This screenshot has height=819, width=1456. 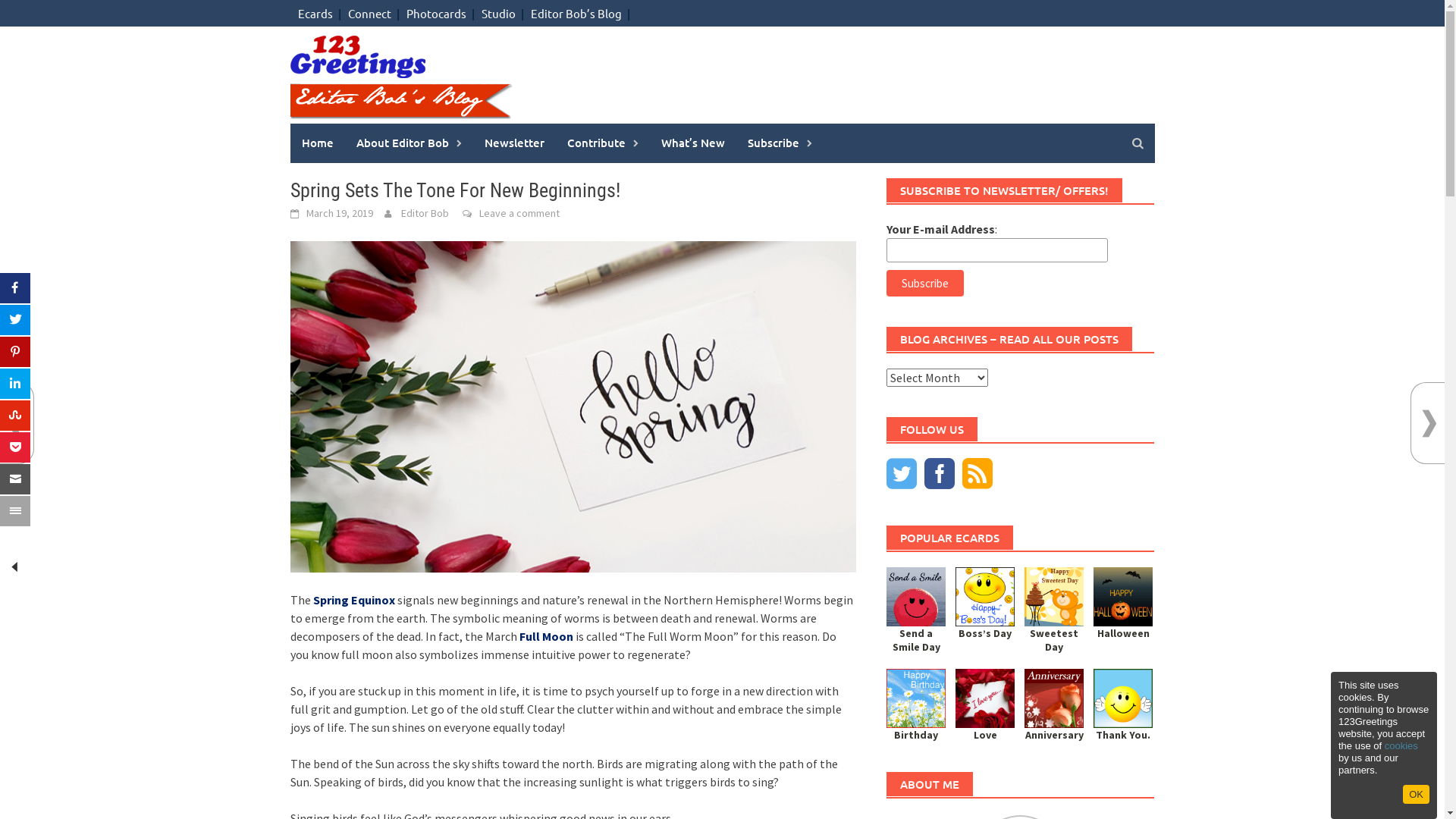 What do you see at coordinates (545, 636) in the screenshot?
I see `'Full Moon'` at bounding box center [545, 636].